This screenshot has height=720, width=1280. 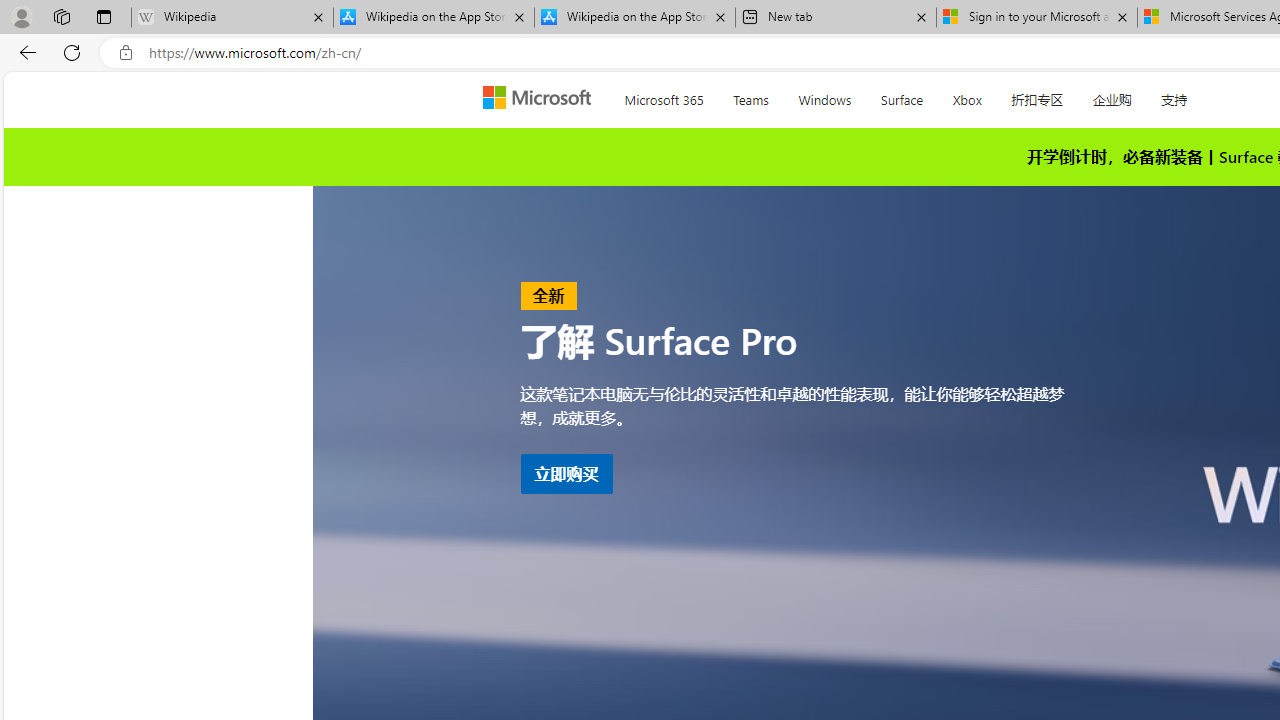 What do you see at coordinates (967, 96) in the screenshot?
I see `'Xbox'` at bounding box center [967, 96].